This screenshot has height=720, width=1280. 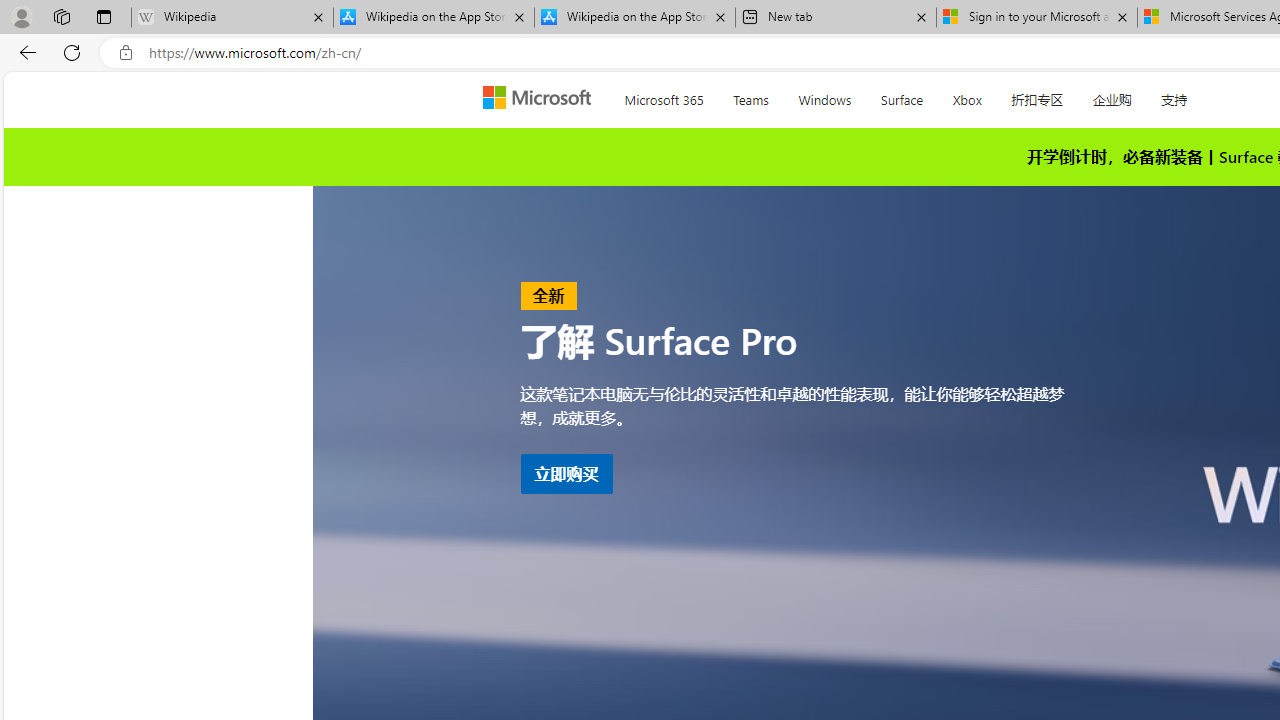 What do you see at coordinates (967, 96) in the screenshot?
I see `'Xbox'` at bounding box center [967, 96].